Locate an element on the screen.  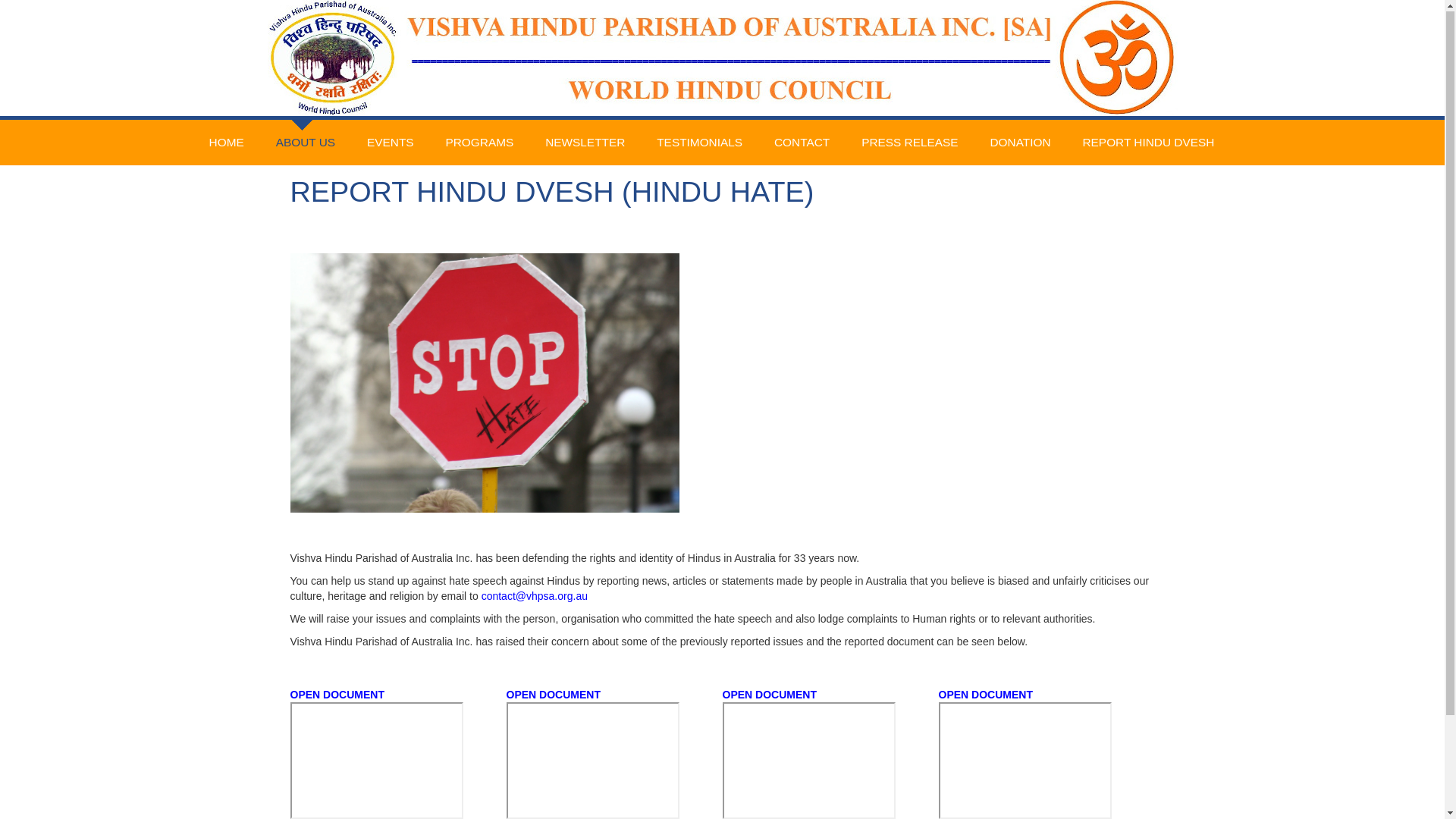
'contact@vhpsa.org.au' is located at coordinates (535, 595).